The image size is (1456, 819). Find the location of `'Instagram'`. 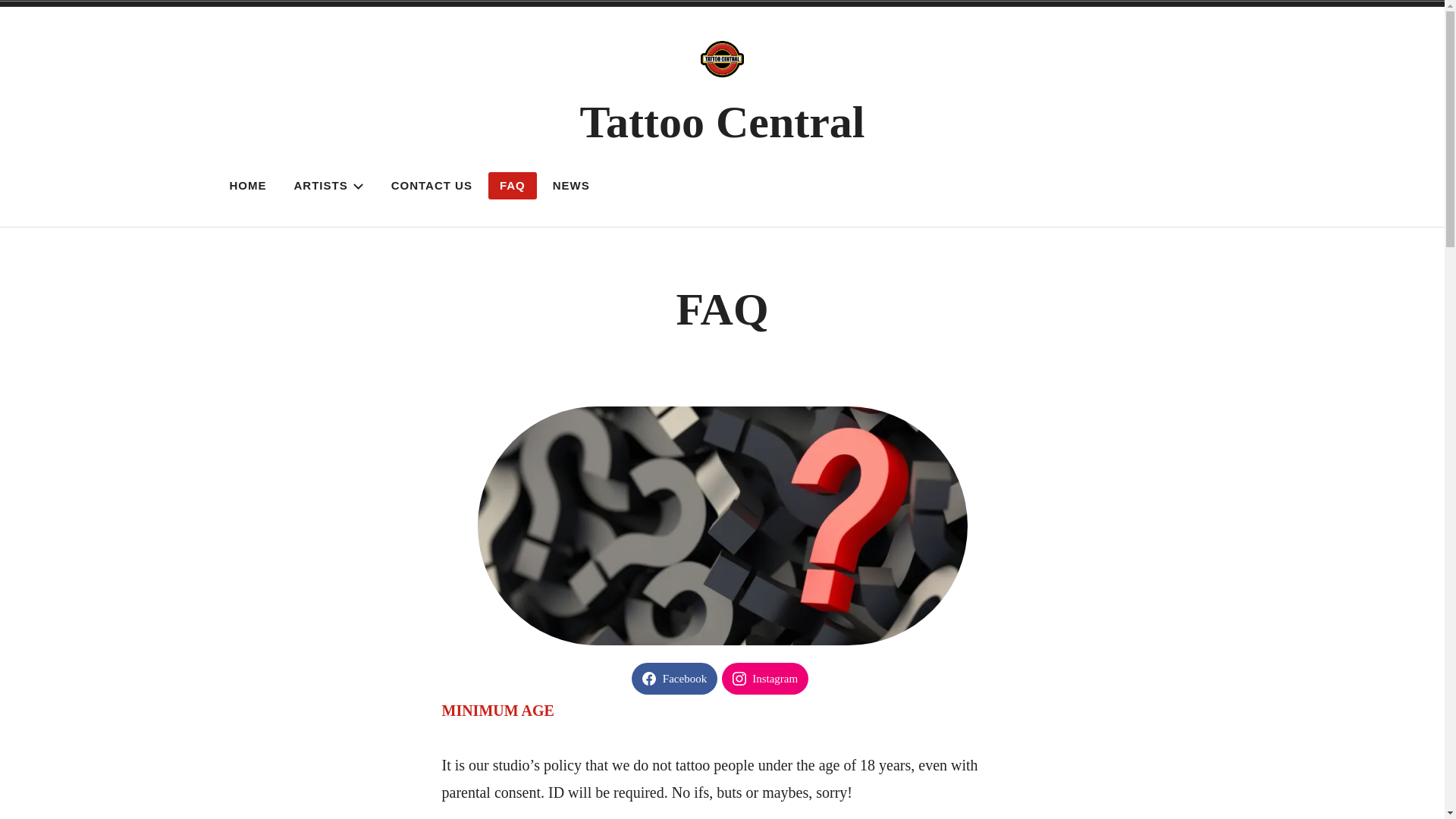

'Instagram' is located at coordinates (764, 677).